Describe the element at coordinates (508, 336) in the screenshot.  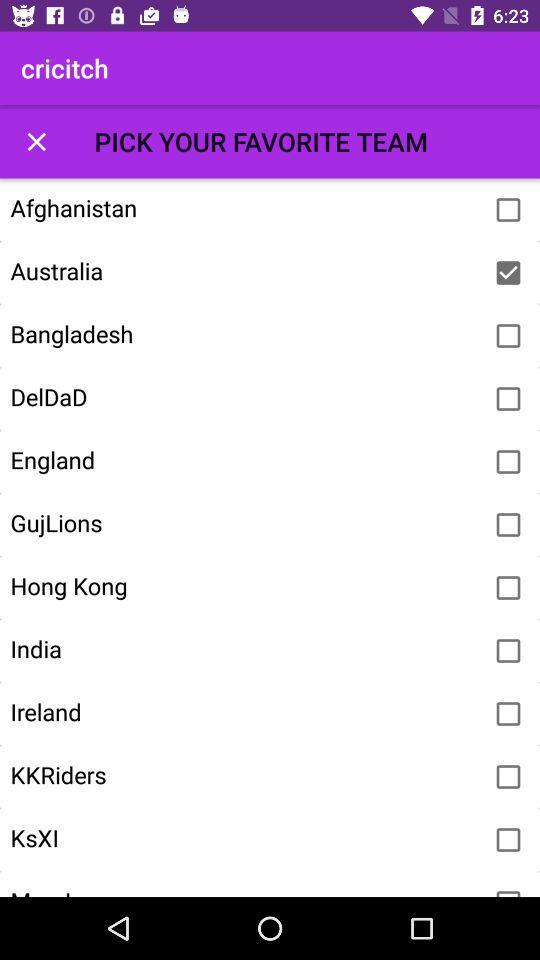
I see `option bangladesh` at that location.